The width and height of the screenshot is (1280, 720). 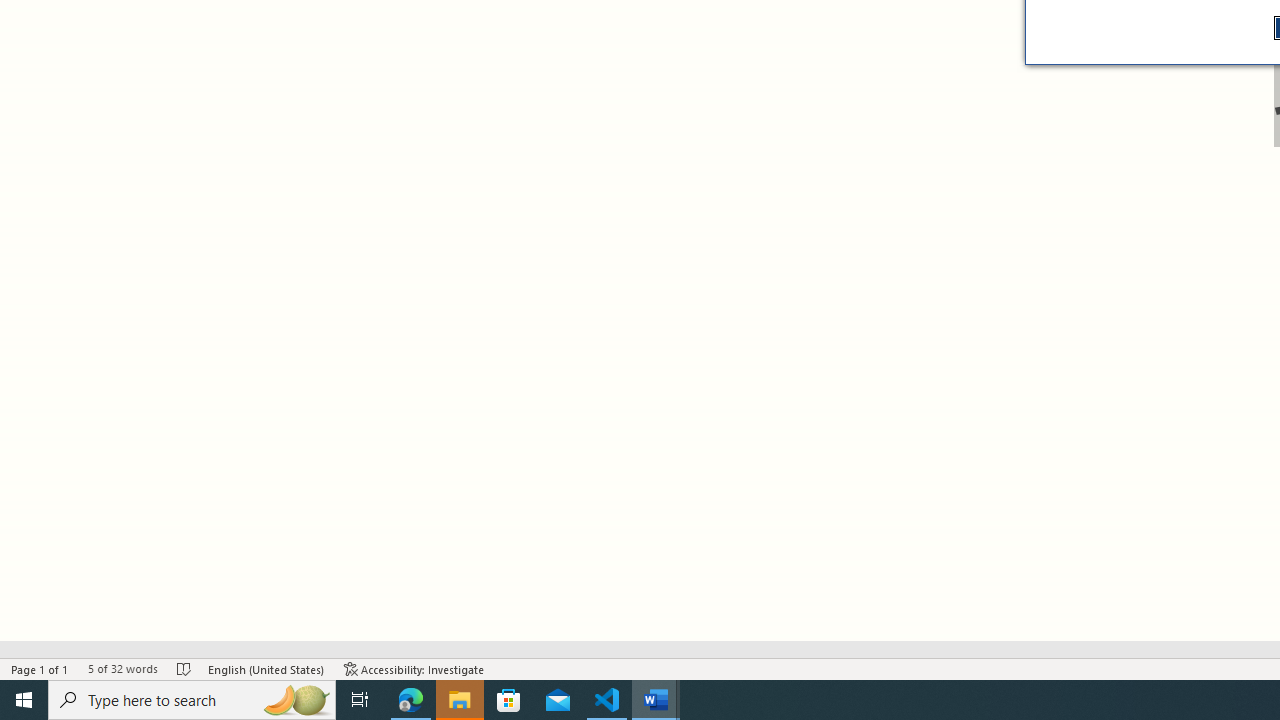 I want to click on 'Visual Studio Code - 1 running window', so click(x=606, y=698).